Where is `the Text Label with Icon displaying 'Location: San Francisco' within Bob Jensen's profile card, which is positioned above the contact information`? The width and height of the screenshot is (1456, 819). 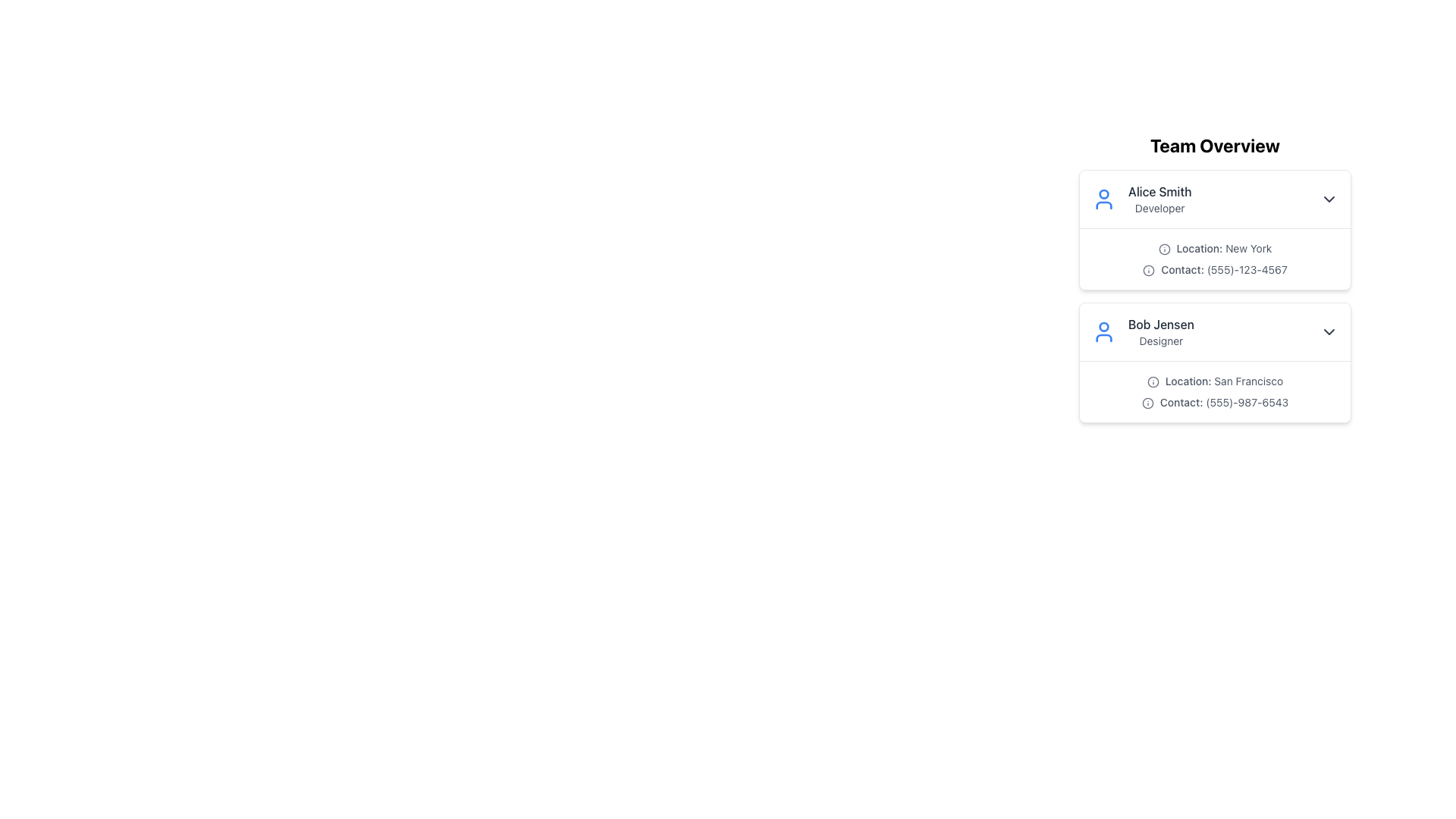
the Text Label with Icon displaying 'Location: San Francisco' within Bob Jensen's profile card, which is positioned above the contact information is located at coordinates (1215, 380).